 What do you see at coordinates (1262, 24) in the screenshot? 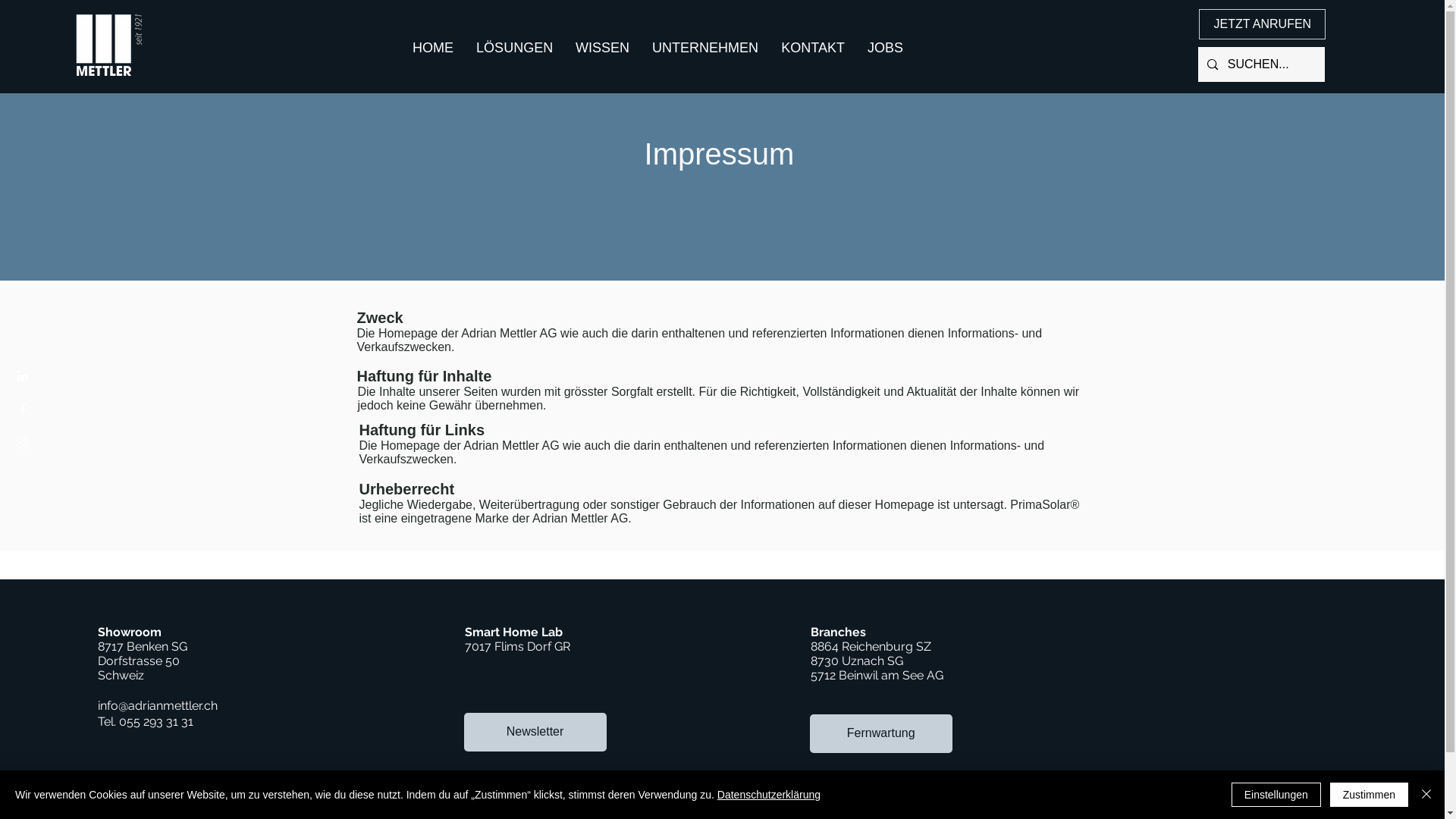
I see `'JETZT ANRUFEN'` at bounding box center [1262, 24].